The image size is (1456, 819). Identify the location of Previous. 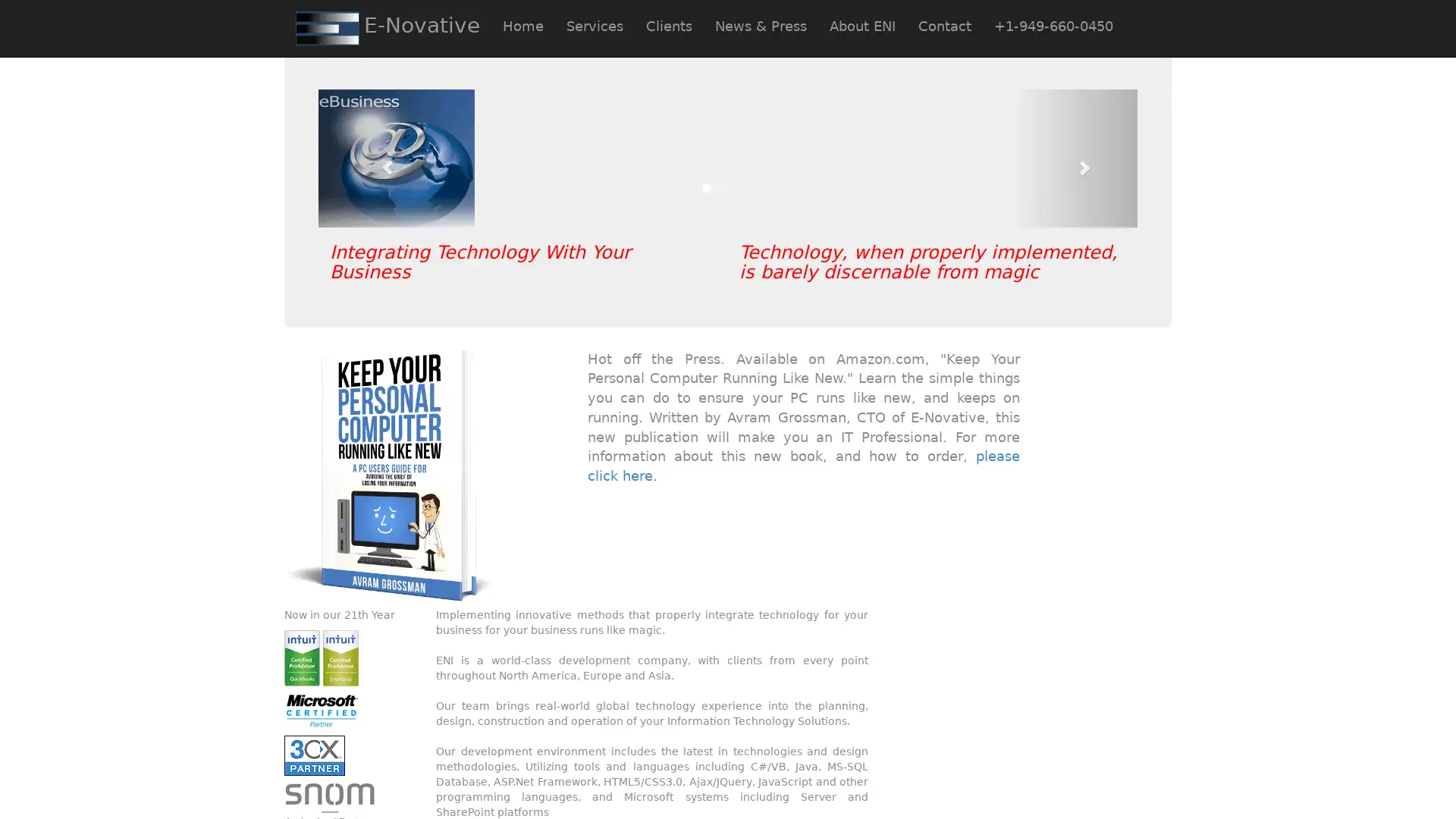
(379, 158).